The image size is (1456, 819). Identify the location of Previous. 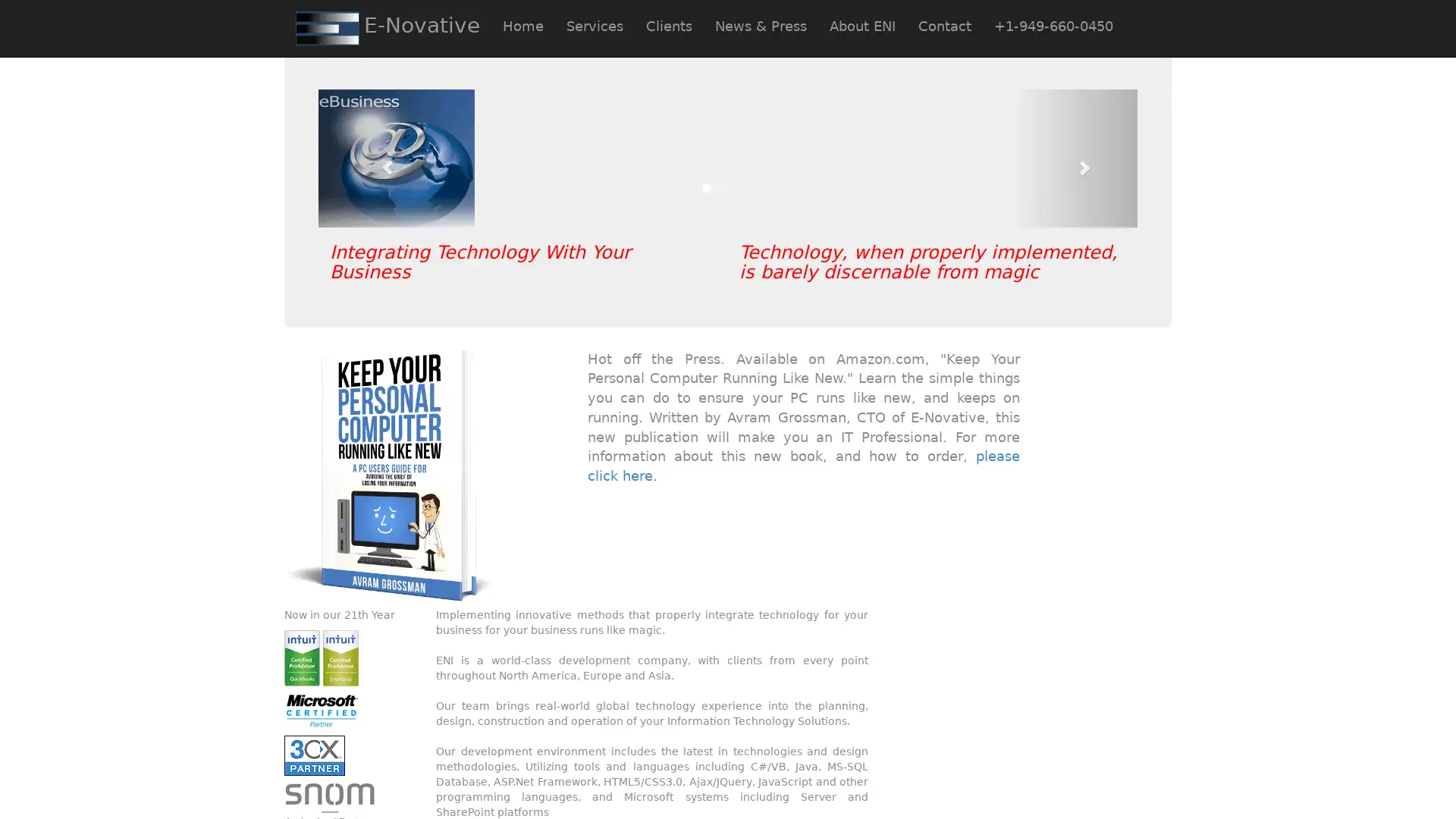
(379, 158).